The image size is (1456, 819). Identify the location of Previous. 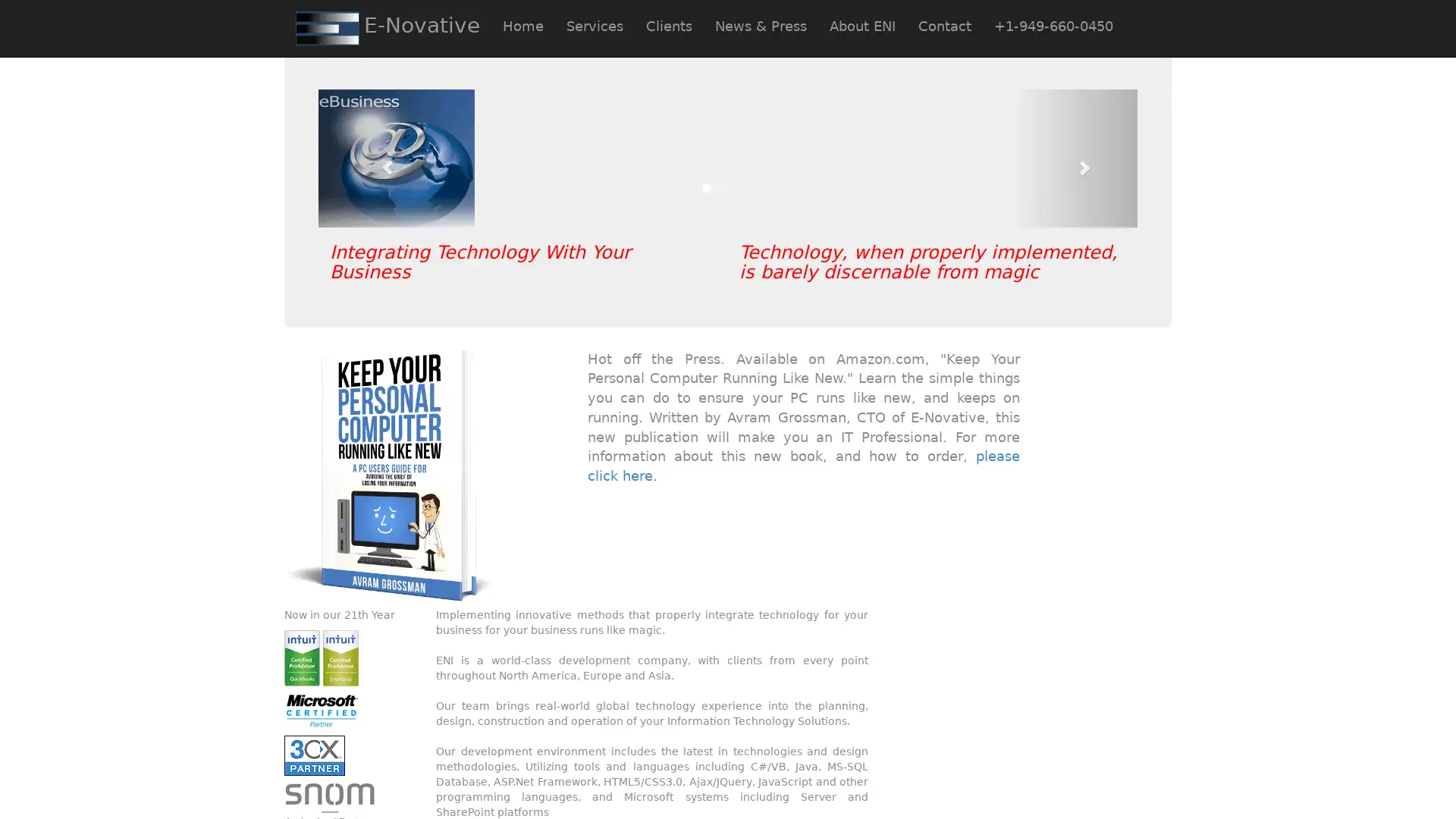
(379, 158).